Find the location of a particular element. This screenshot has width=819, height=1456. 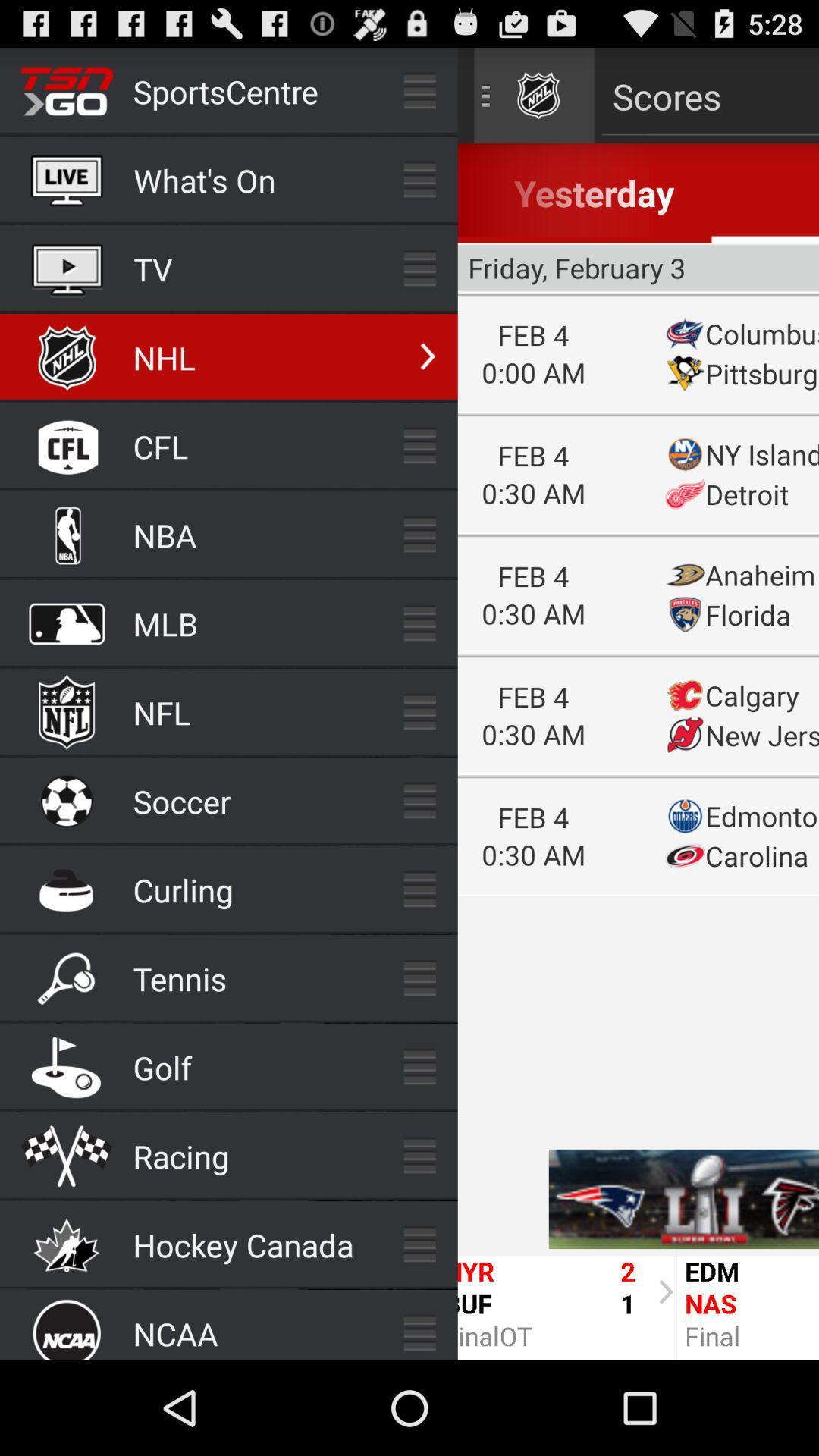

scores is located at coordinates (638, 703).